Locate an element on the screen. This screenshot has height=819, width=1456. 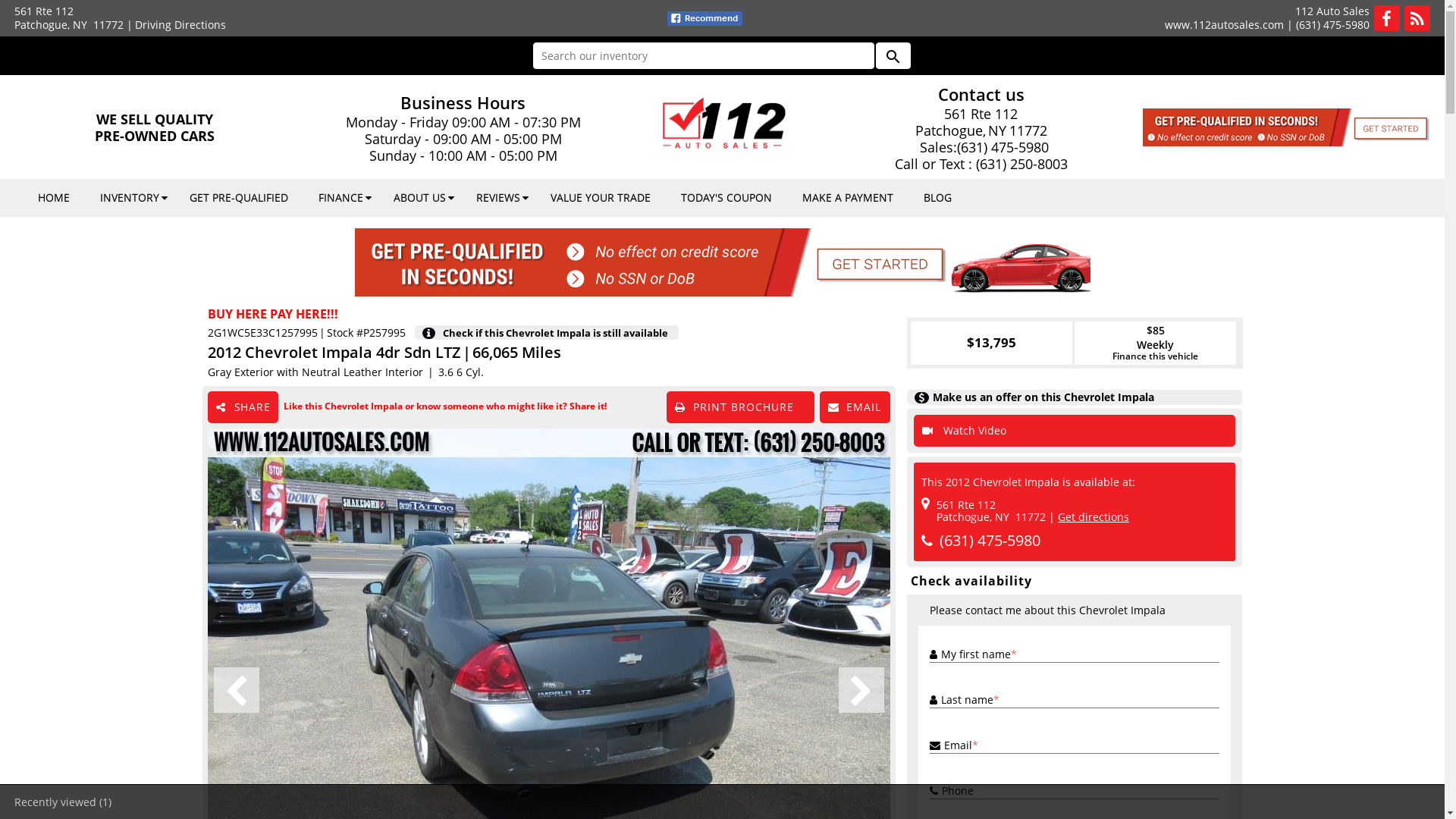
'INVENTORY' is located at coordinates (130, 197).